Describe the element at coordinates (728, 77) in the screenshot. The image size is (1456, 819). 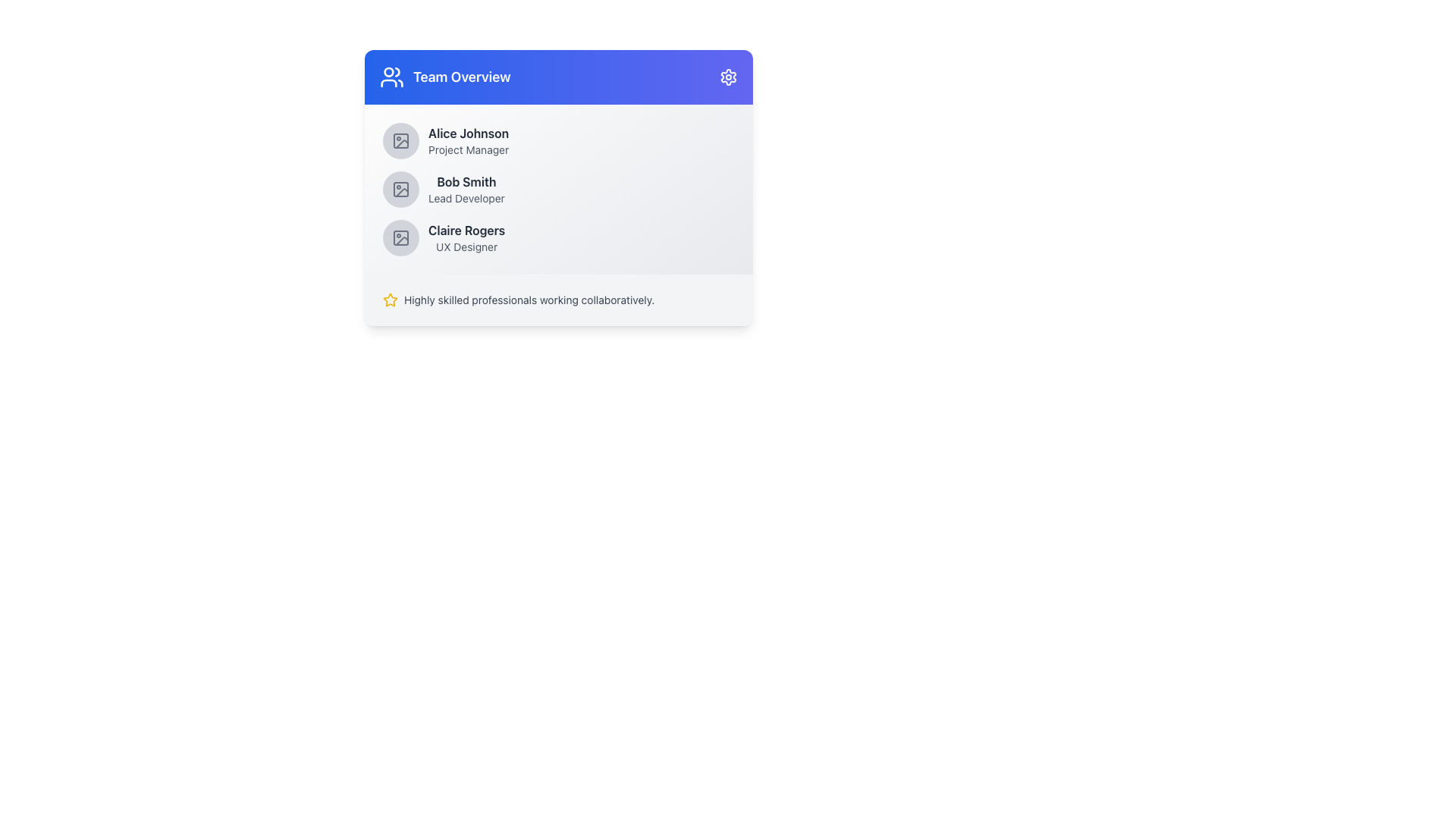
I see `the cogwheel icon button located in the top-right corner of the blue header section of the card` at that location.